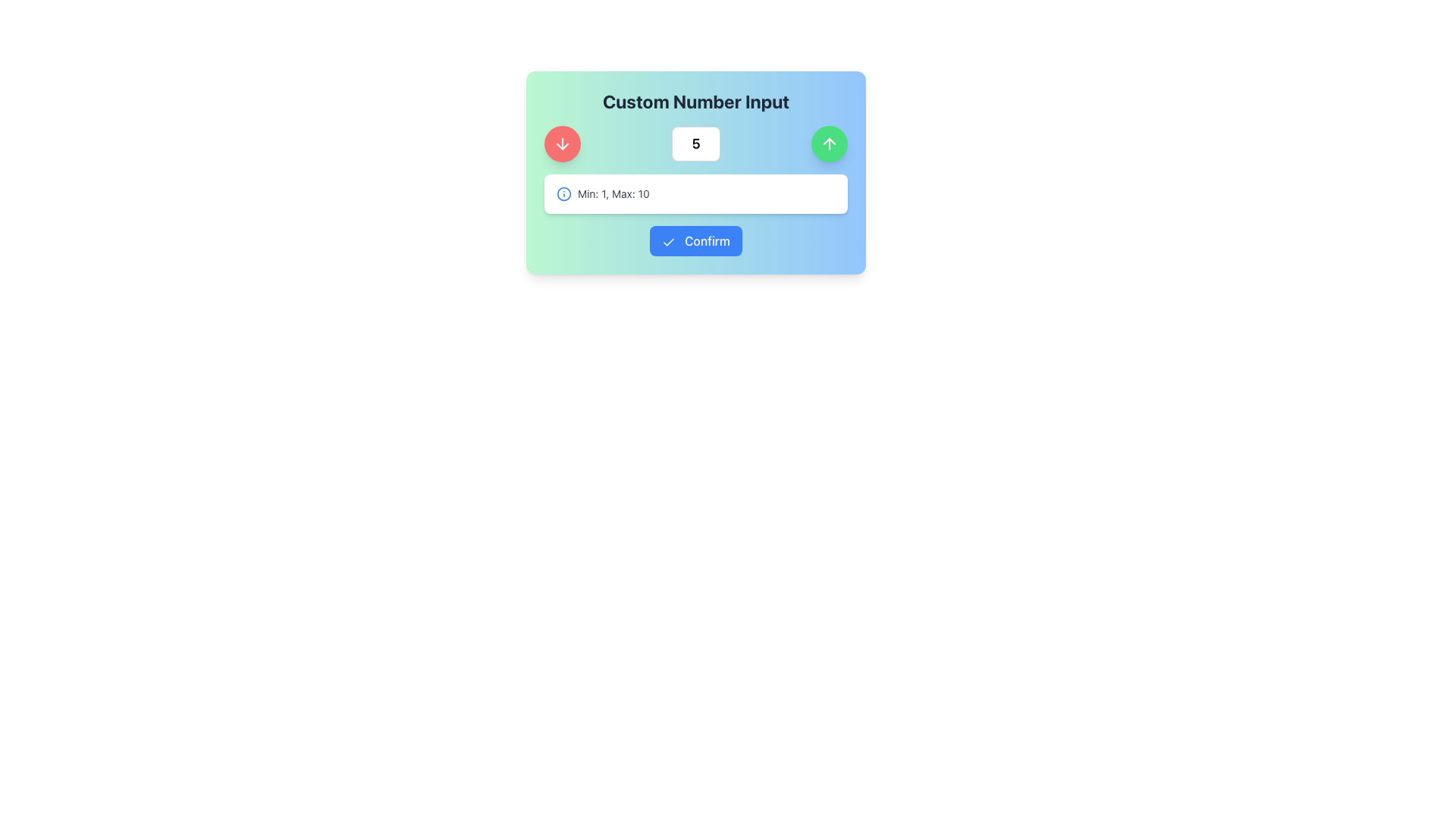 This screenshot has width=1456, height=819. Describe the element at coordinates (695, 171) in the screenshot. I see `the Composite widget that serves as a number input tool, which includes a title, range information, input field, adjustment buttons, and a confirm button` at that location.